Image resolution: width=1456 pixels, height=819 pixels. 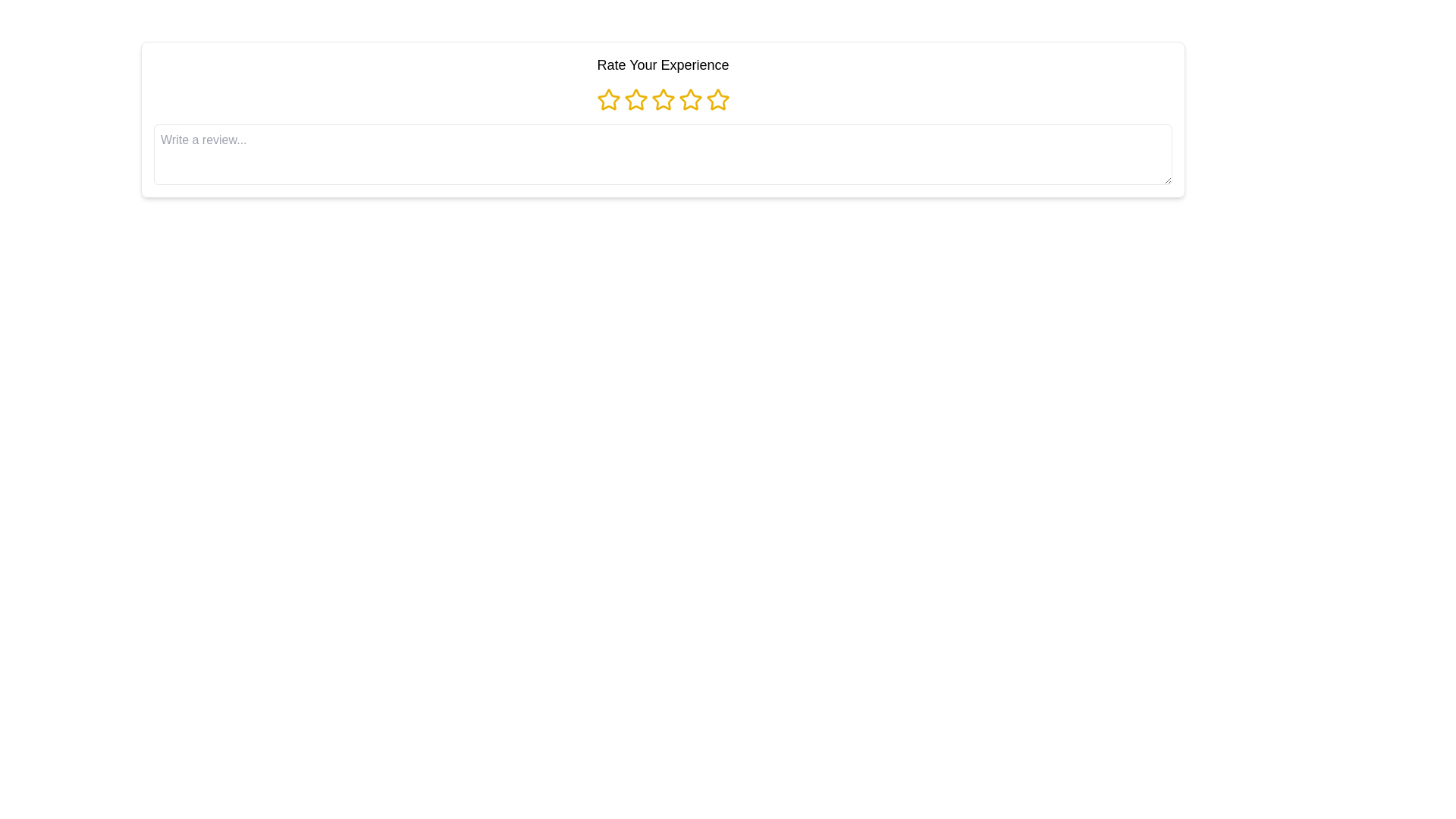 What do you see at coordinates (608, 99) in the screenshot?
I see `the first star-shaped icon in the rating widget` at bounding box center [608, 99].